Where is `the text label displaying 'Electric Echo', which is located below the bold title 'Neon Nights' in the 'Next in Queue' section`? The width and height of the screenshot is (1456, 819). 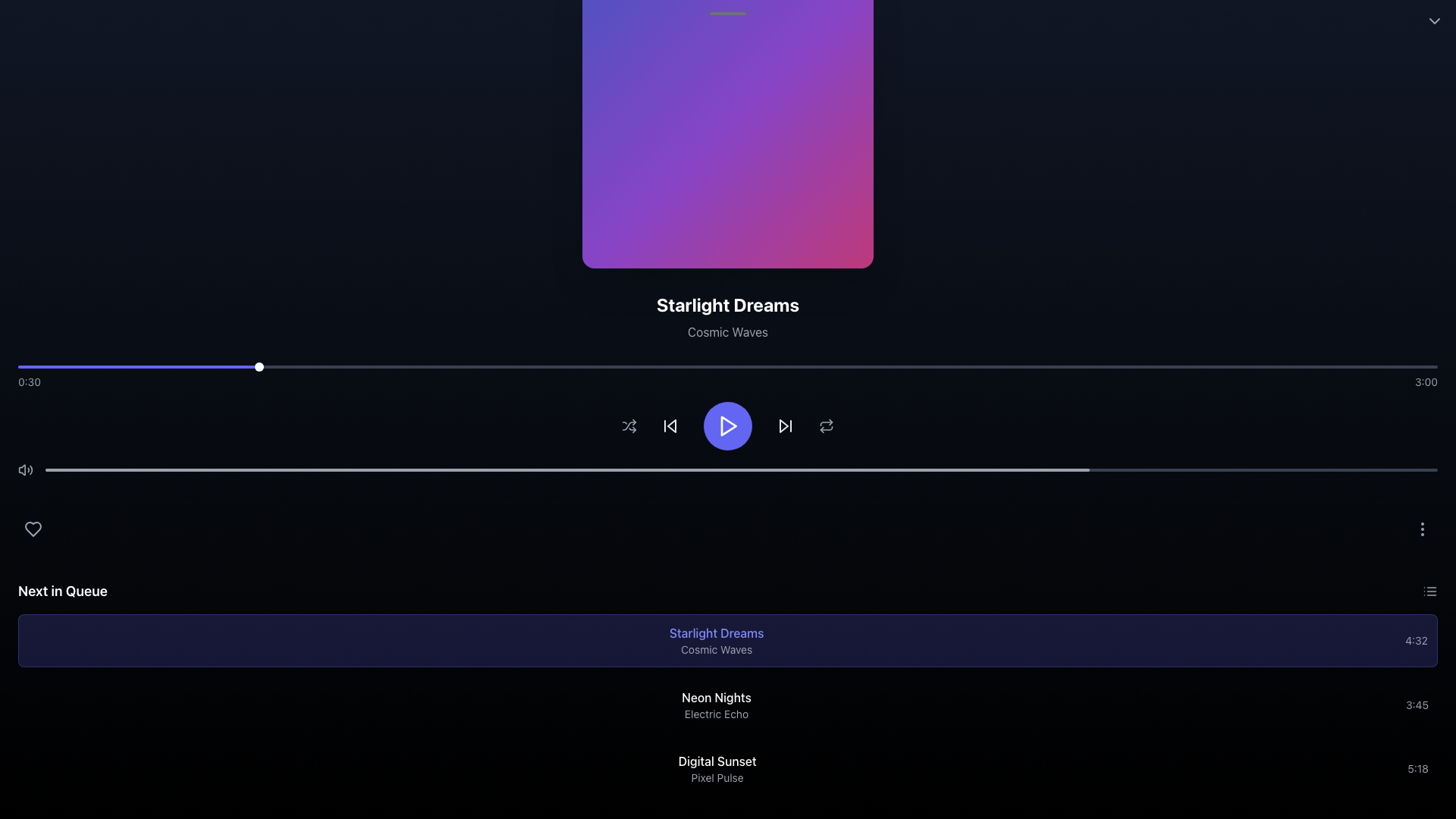
the text label displaying 'Electric Echo', which is located below the bold title 'Neon Nights' in the 'Next in Queue' section is located at coordinates (716, 714).